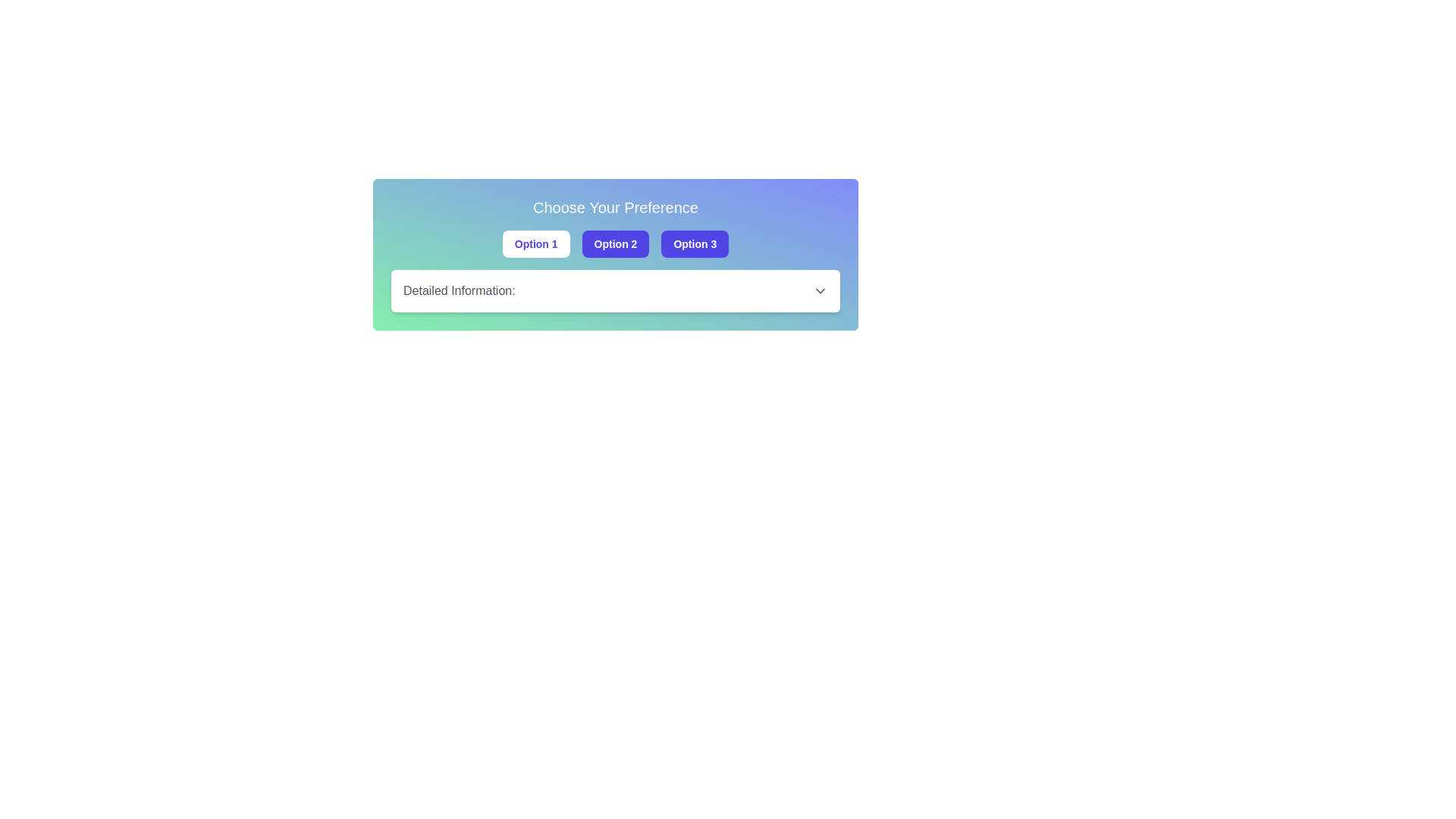 The image size is (1456, 819). What do you see at coordinates (694, 243) in the screenshot?
I see `the 'Option 3' button located under the header 'Choose Your Preference' to trigger any hover effects` at bounding box center [694, 243].